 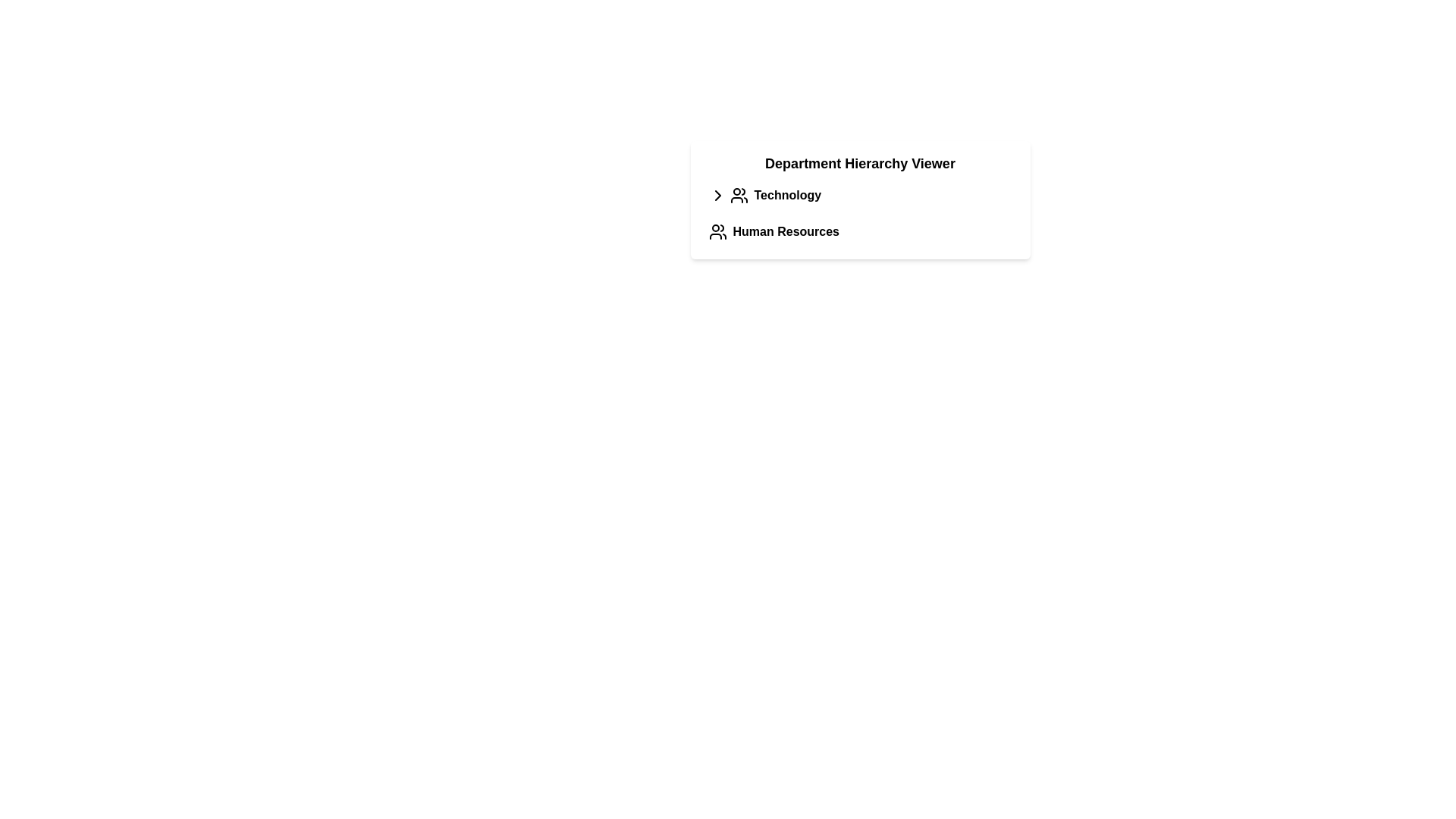 What do you see at coordinates (717, 195) in the screenshot?
I see `the interactive button located on the left side of the 'Technology' label` at bounding box center [717, 195].